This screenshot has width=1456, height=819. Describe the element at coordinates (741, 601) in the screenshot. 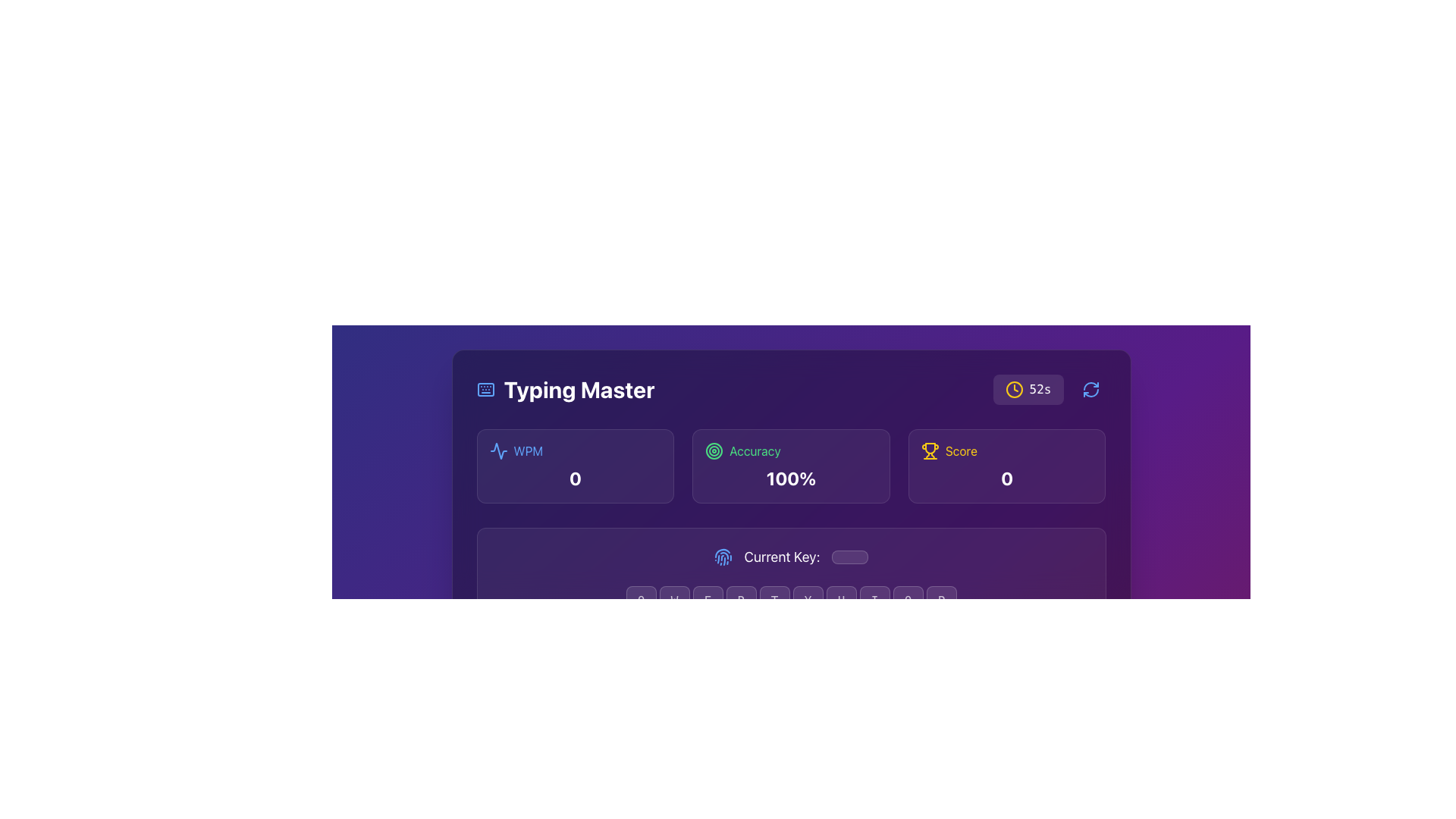

I see `the rectangular button displaying the letter 'R'` at that location.